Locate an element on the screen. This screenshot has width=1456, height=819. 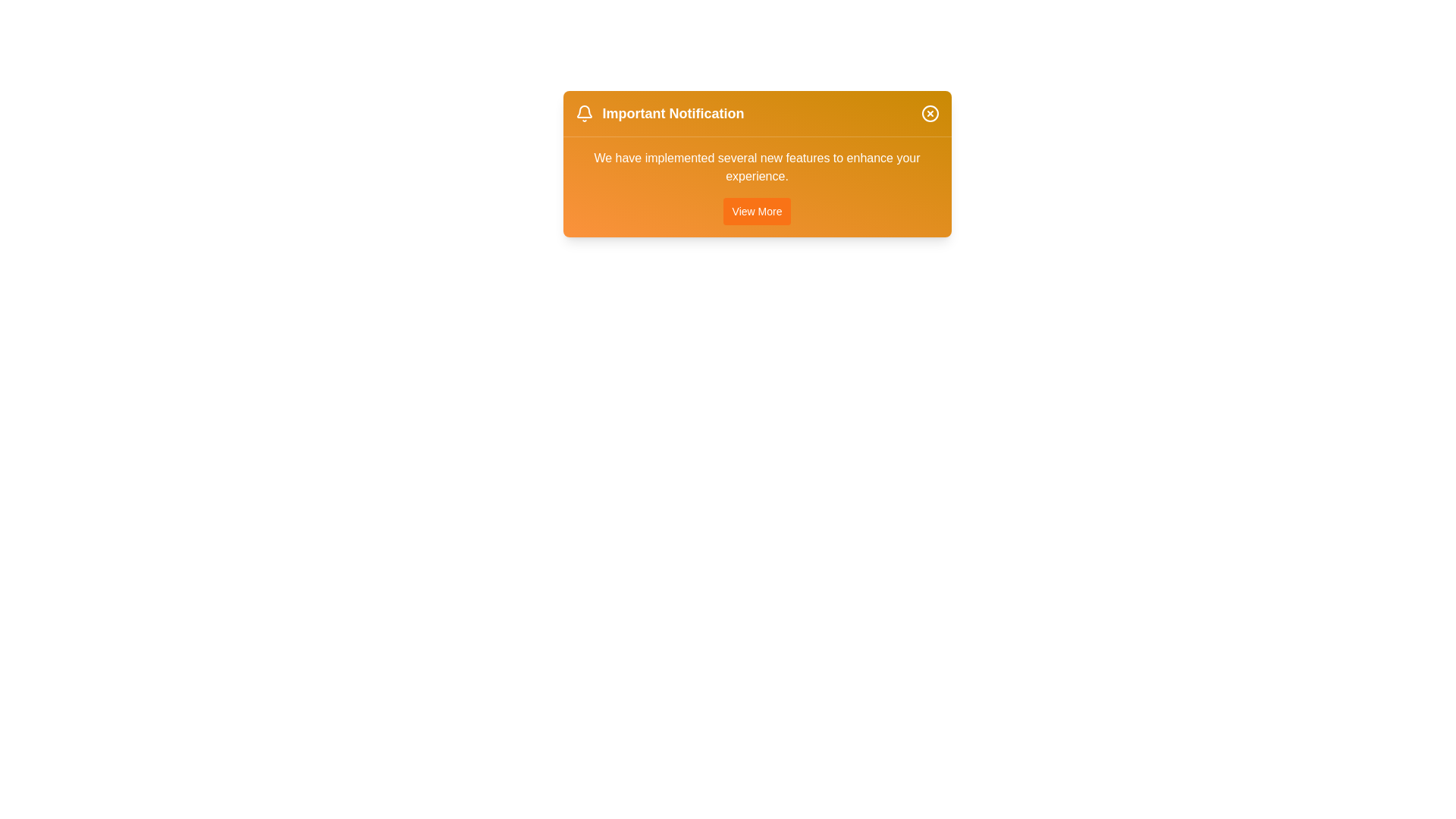
'View More' button to collapse the detailed information section is located at coordinates (757, 211).